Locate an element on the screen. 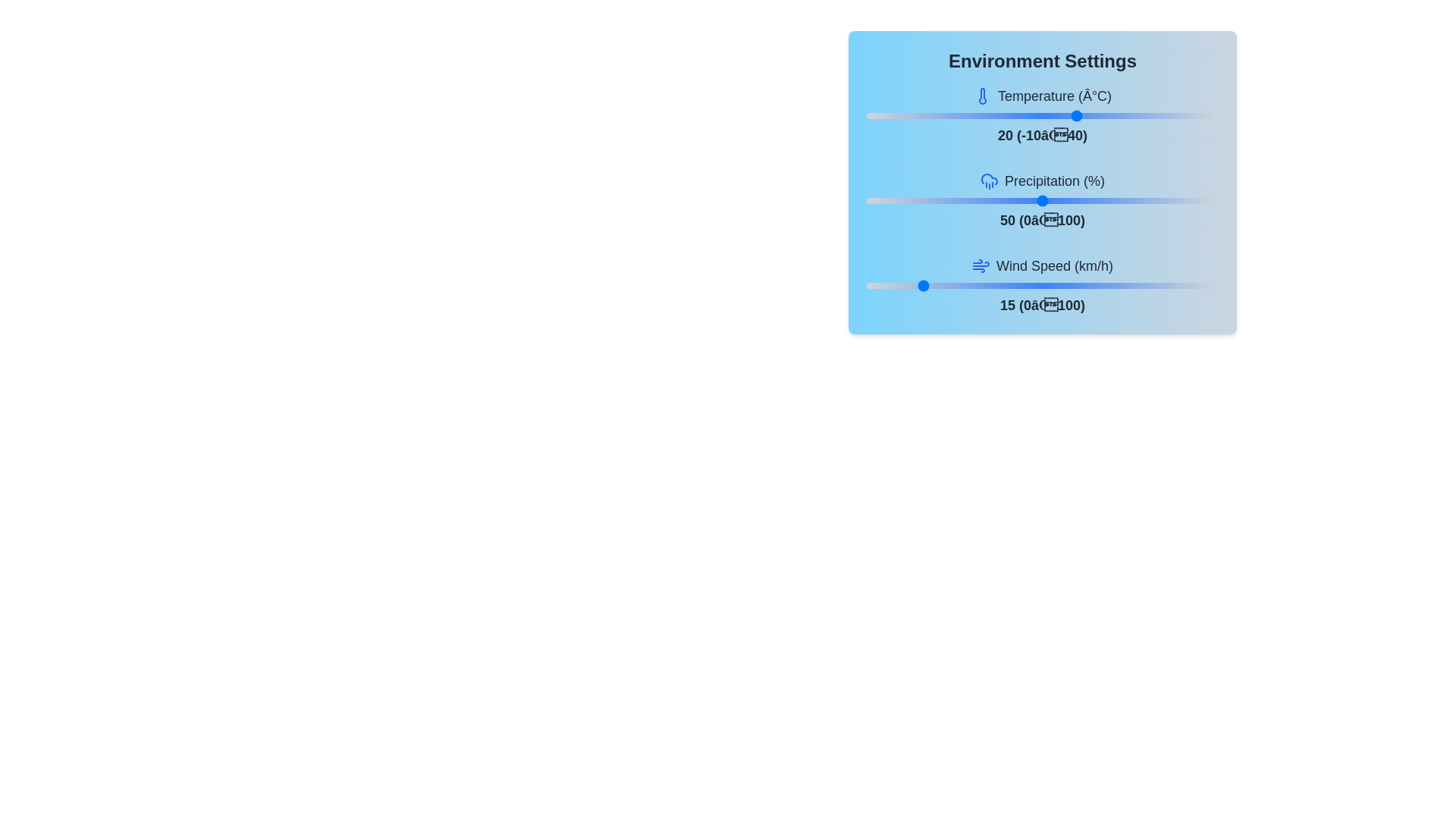  the cloud-shaped decorative icon with rain droplets, located to the left of the 'Precipitation (%)' label in the Environment Settings section is located at coordinates (990, 180).